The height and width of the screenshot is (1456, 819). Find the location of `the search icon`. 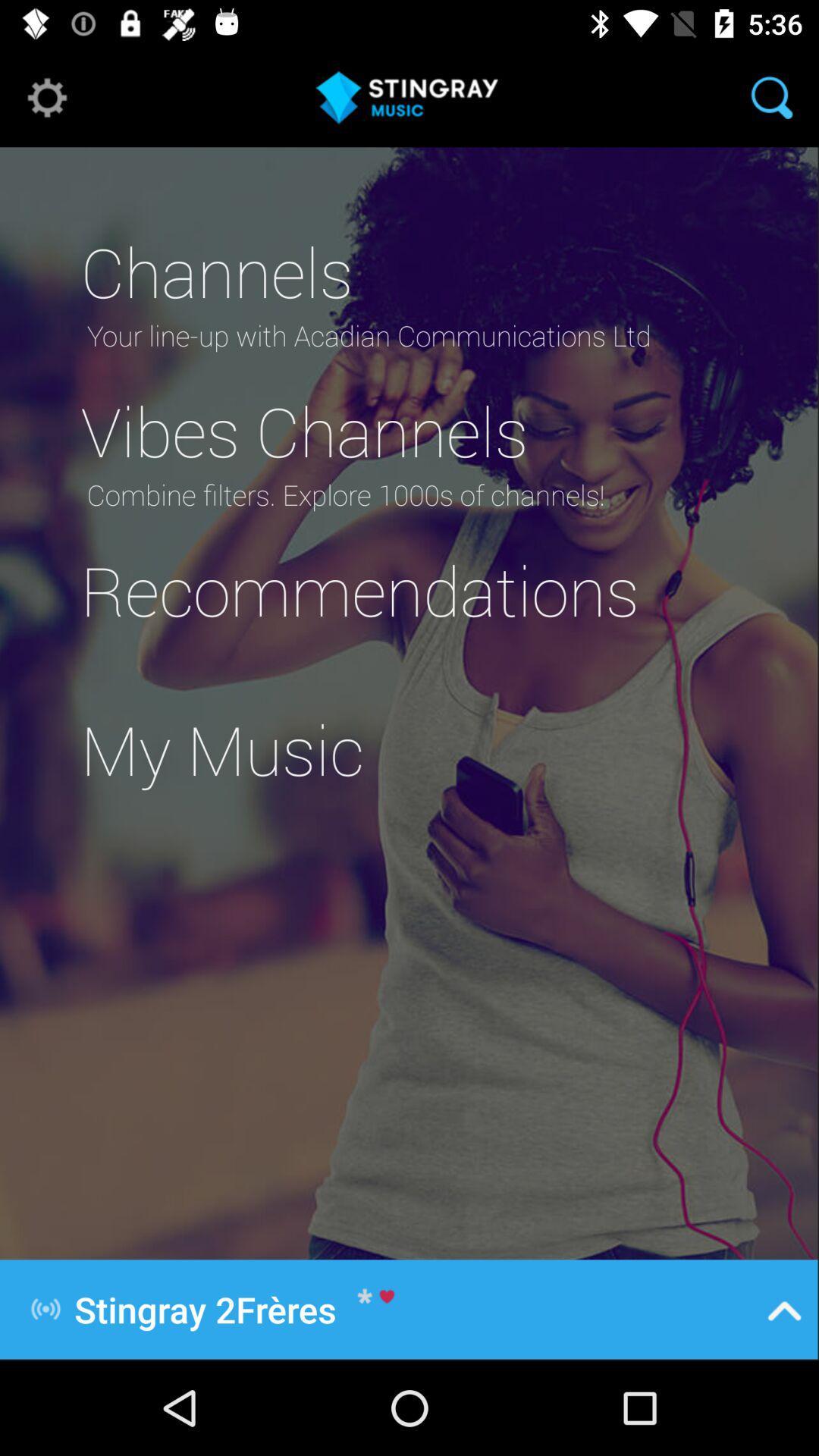

the search icon is located at coordinates (771, 96).